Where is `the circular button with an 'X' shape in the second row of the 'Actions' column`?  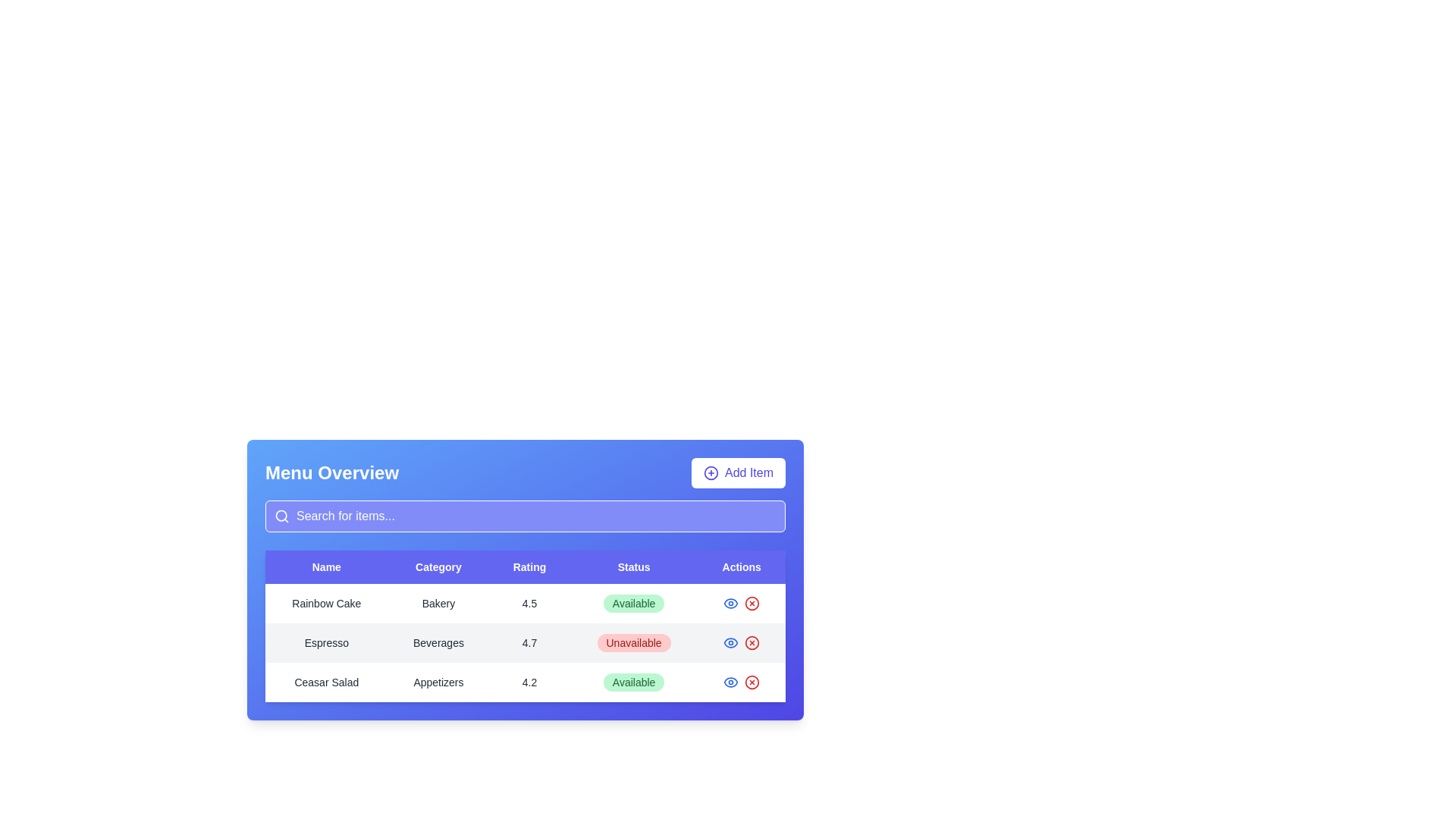 the circular button with an 'X' shape in the second row of the 'Actions' column is located at coordinates (752, 643).